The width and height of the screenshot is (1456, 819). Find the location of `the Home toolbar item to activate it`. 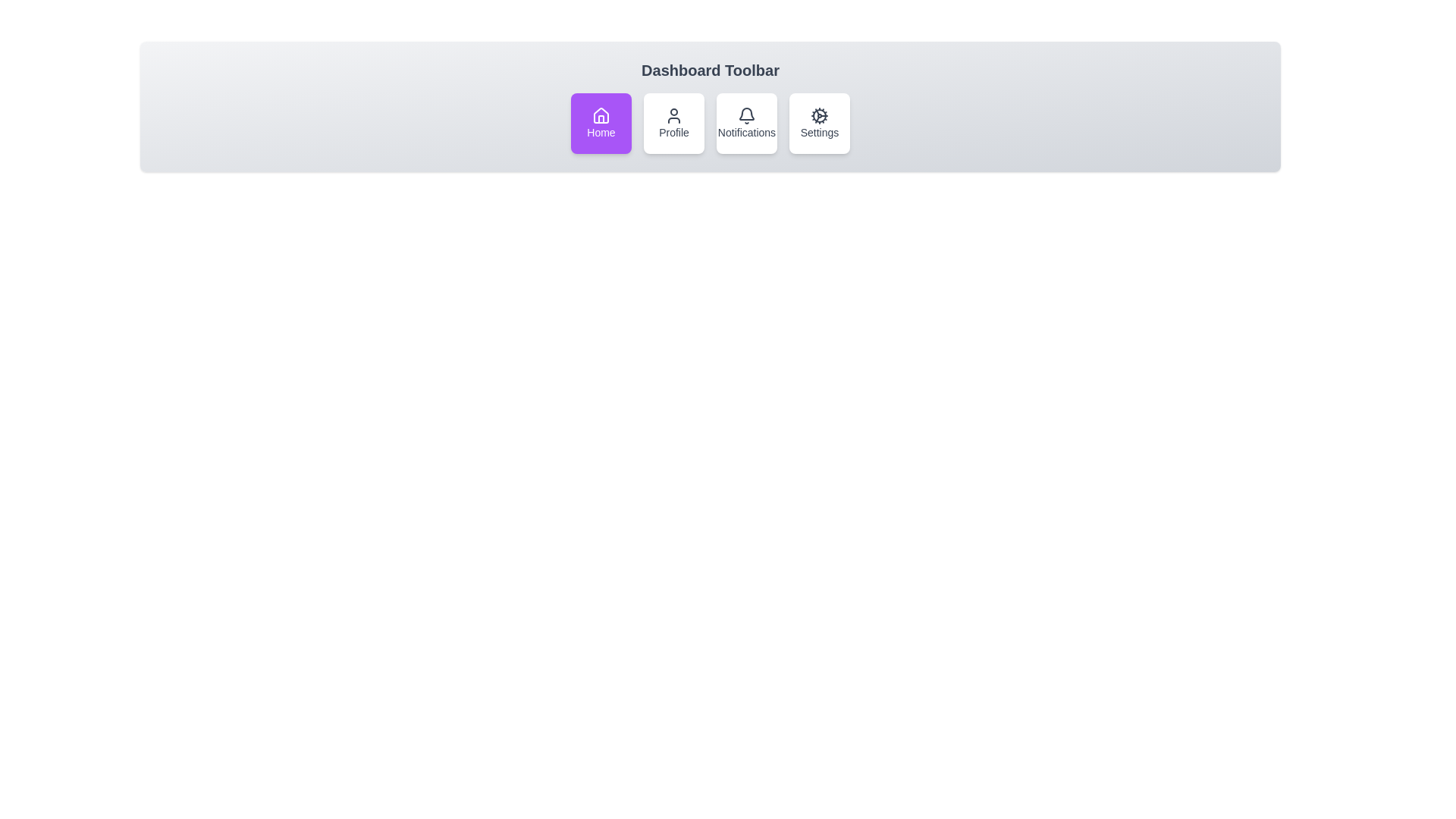

the Home toolbar item to activate it is located at coordinates (600, 122).